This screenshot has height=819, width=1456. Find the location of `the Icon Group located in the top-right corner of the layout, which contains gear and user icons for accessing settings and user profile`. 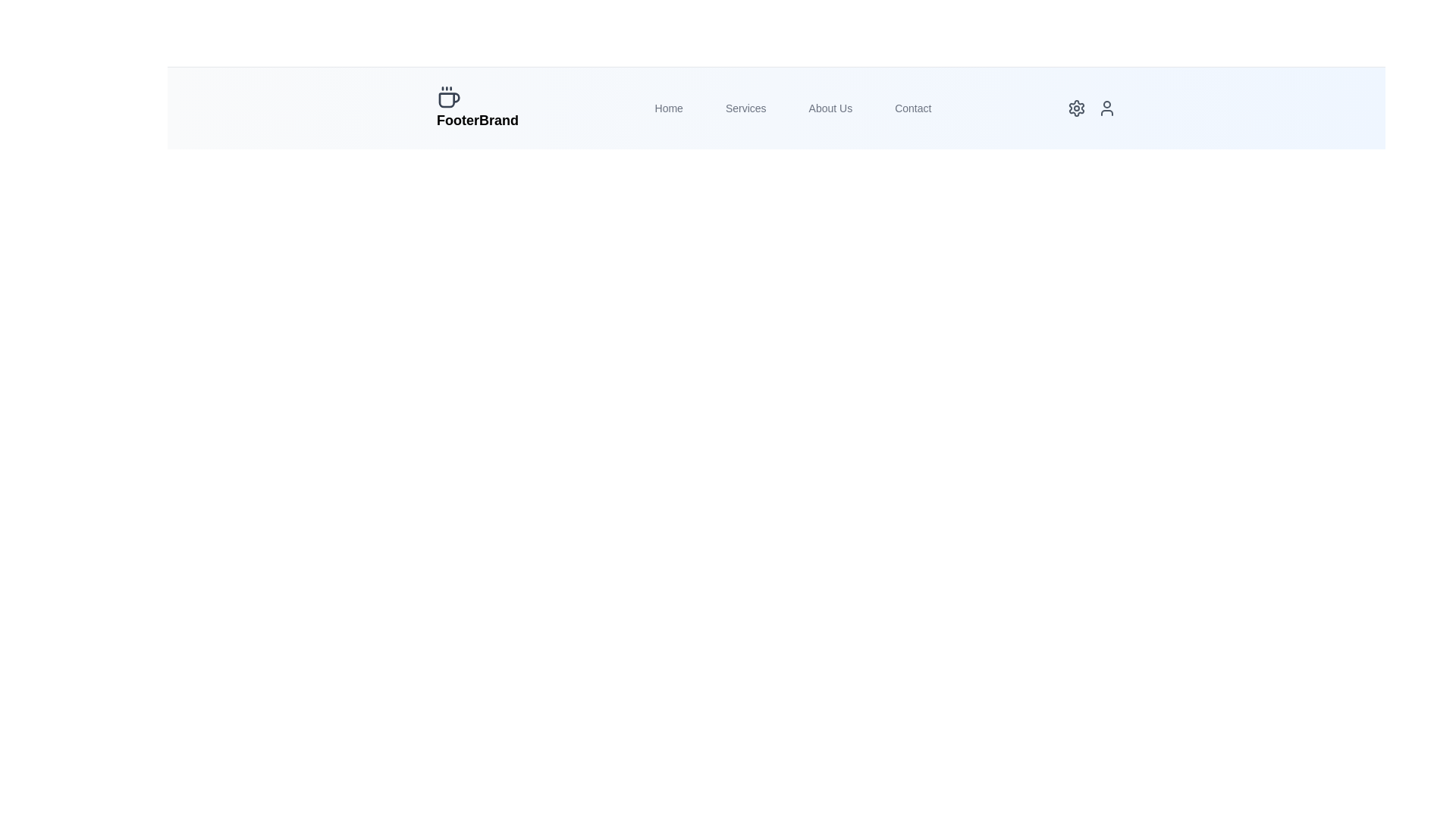

the Icon Group located in the top-right corner of the layout, which contains gear and user icons for accessing settings and user profile is located at coordinates (1092, 107).